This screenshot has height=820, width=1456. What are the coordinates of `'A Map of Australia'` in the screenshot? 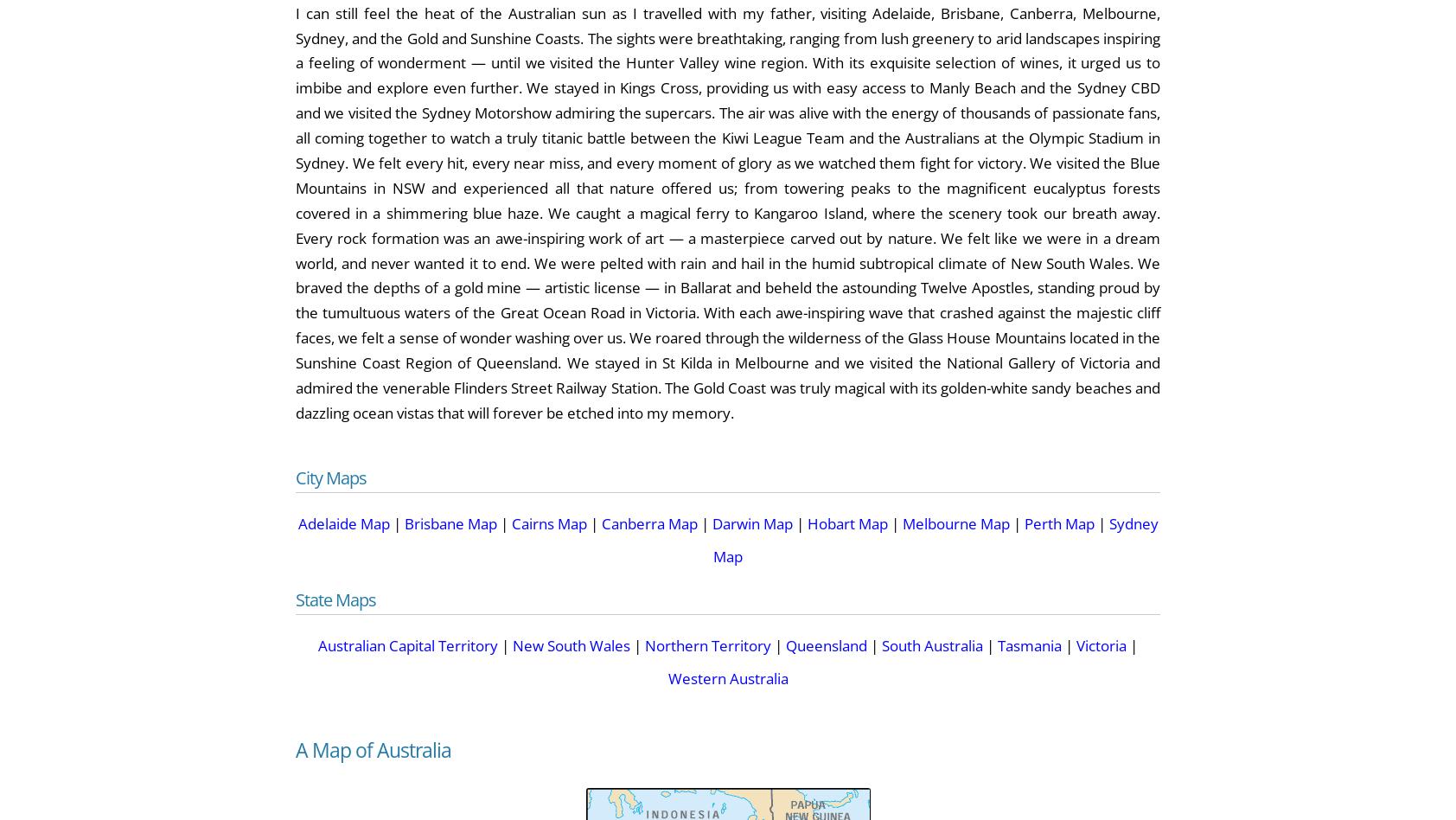 It's located at (372, 747).